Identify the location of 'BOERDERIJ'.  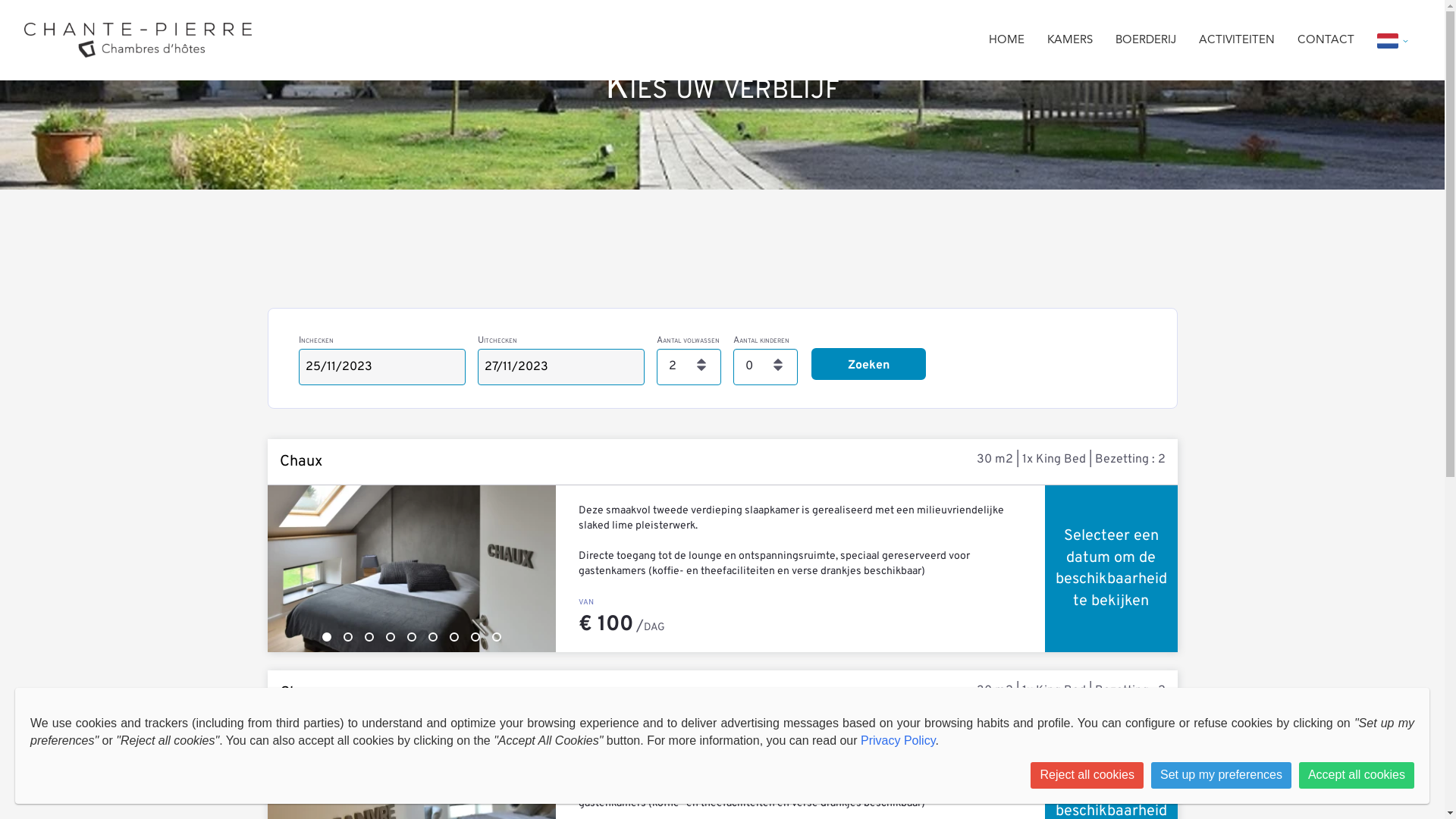
(1115, 39).